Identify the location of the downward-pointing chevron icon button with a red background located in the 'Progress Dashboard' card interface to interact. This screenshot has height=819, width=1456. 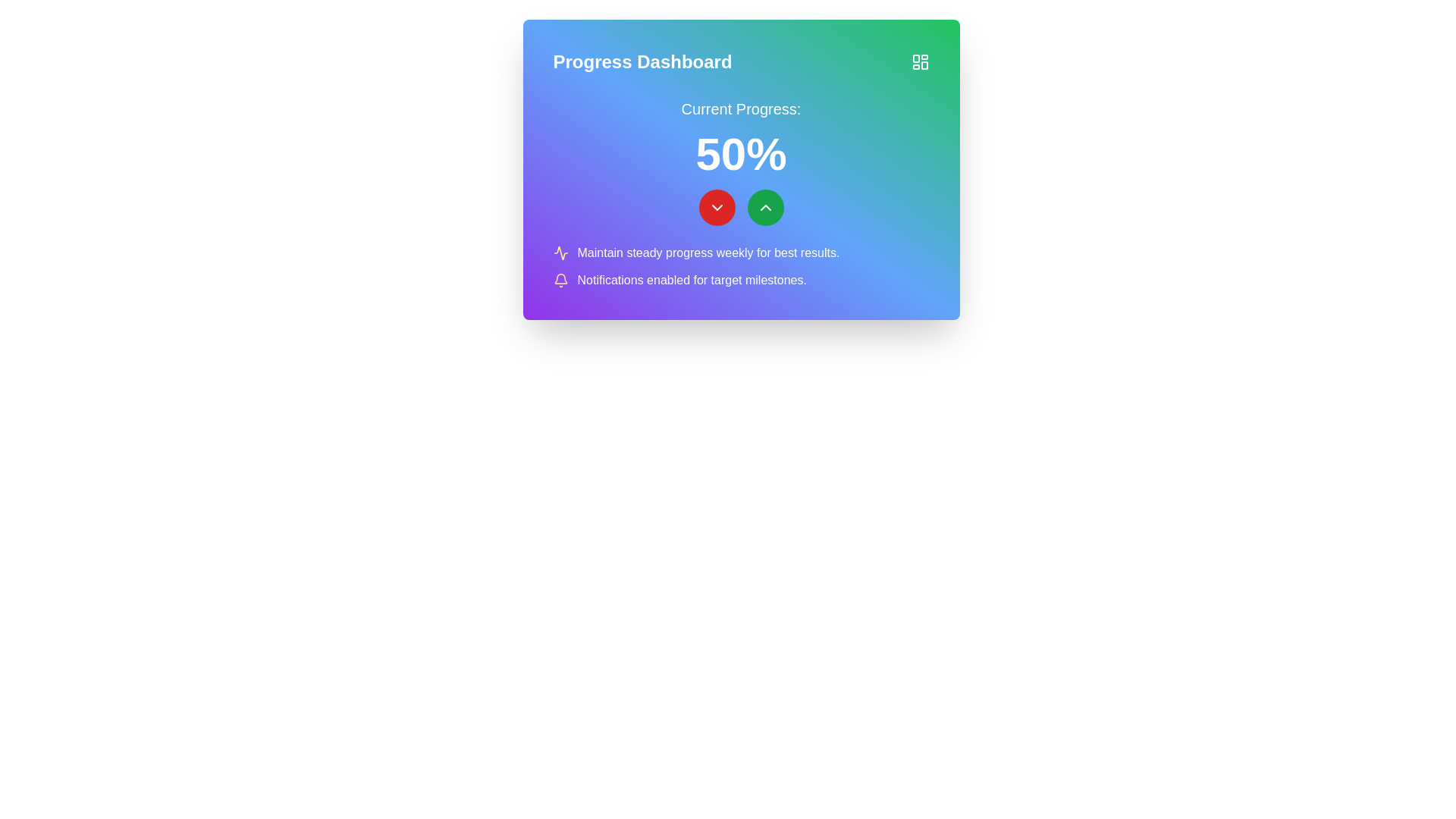
(716, 207).